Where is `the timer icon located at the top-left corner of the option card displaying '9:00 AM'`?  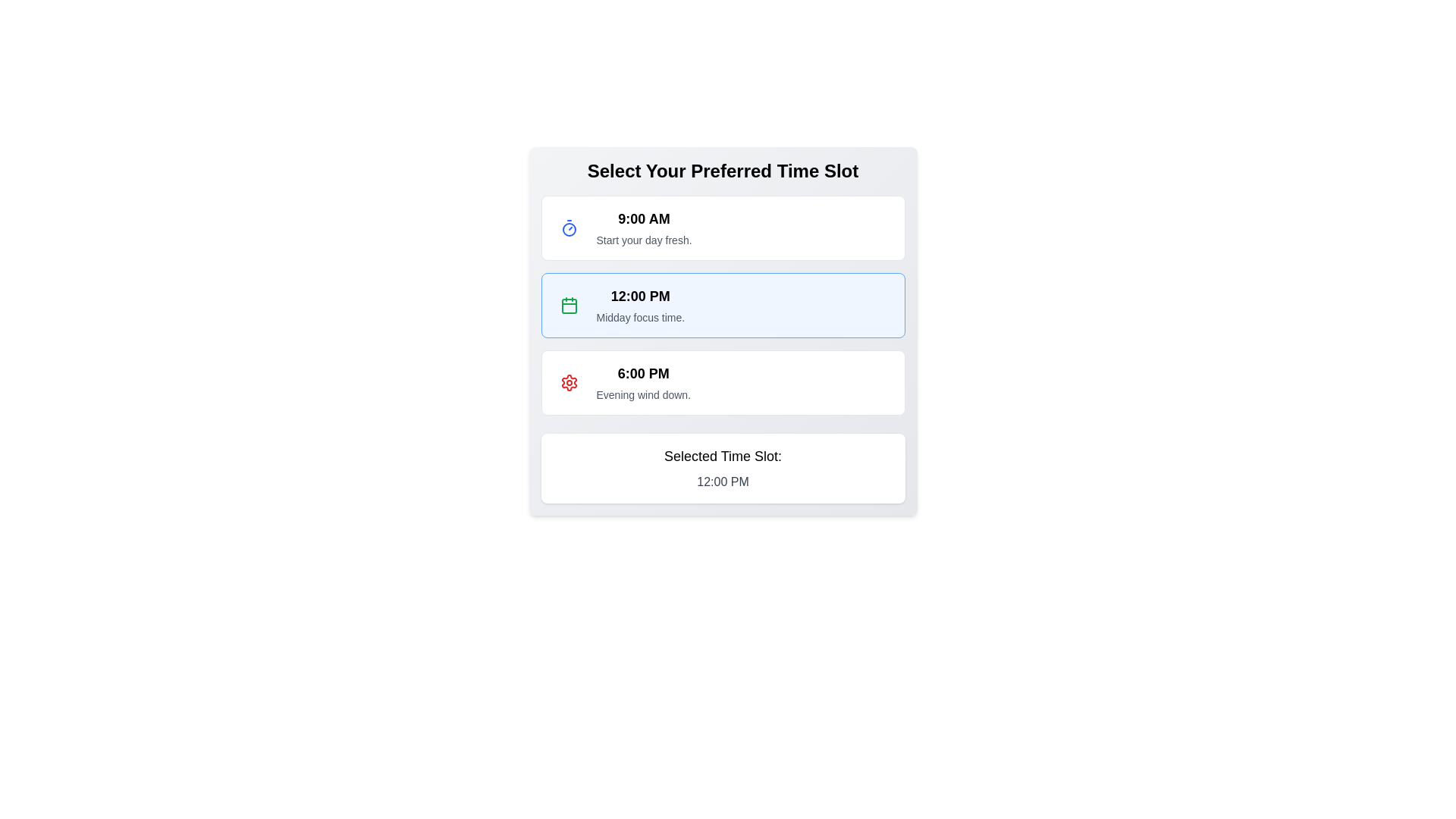 the timer icon located at the top-left corner of the option card displaying '9:00 AM' is located at coordinates (568, 227).